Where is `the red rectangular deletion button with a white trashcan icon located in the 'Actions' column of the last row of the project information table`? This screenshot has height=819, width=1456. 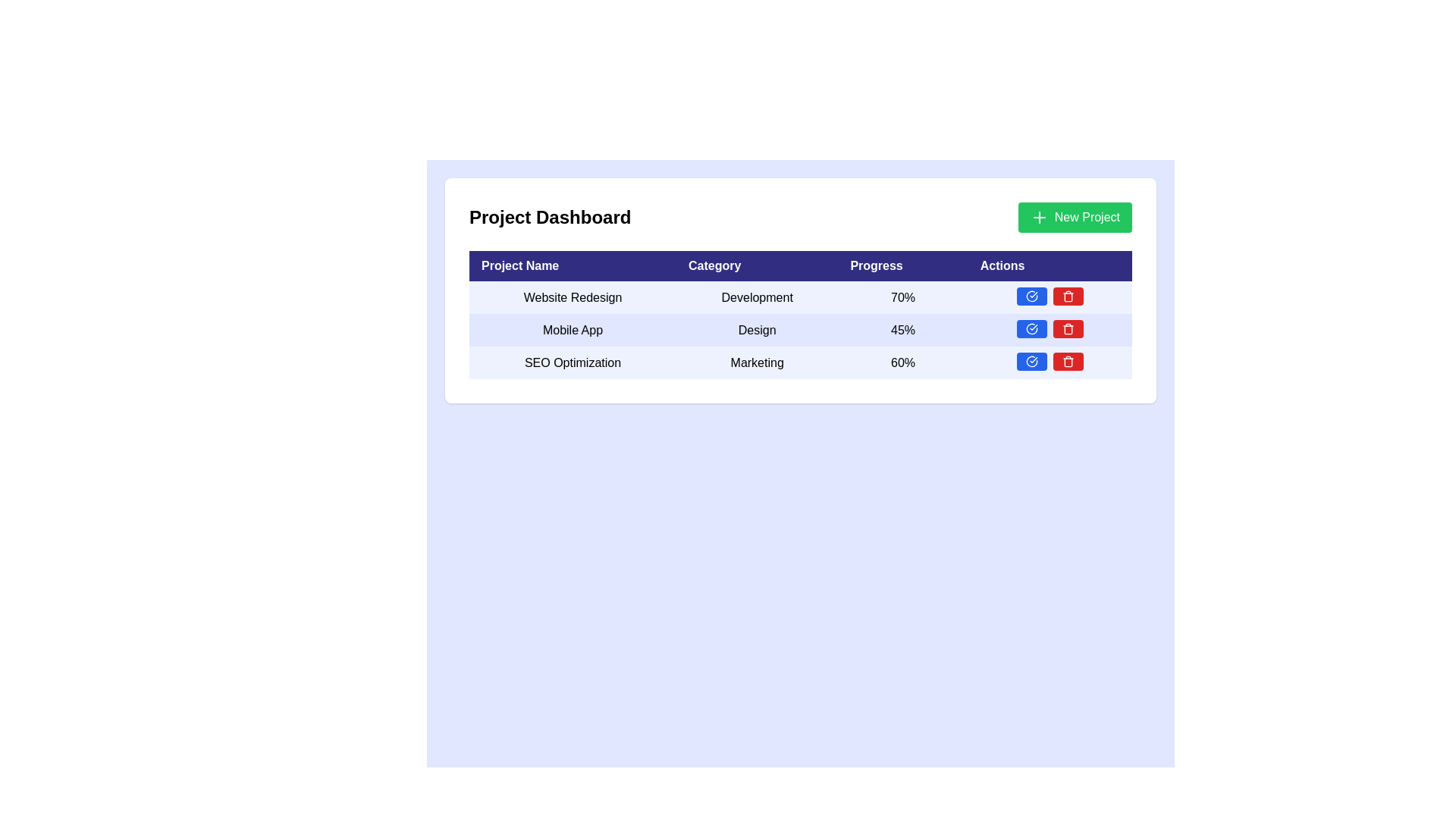
the red rectangular deletion button with a white trashcan icon located in the 'Actions' column of the last row of the project information table is located at coordinates (1067, 296).